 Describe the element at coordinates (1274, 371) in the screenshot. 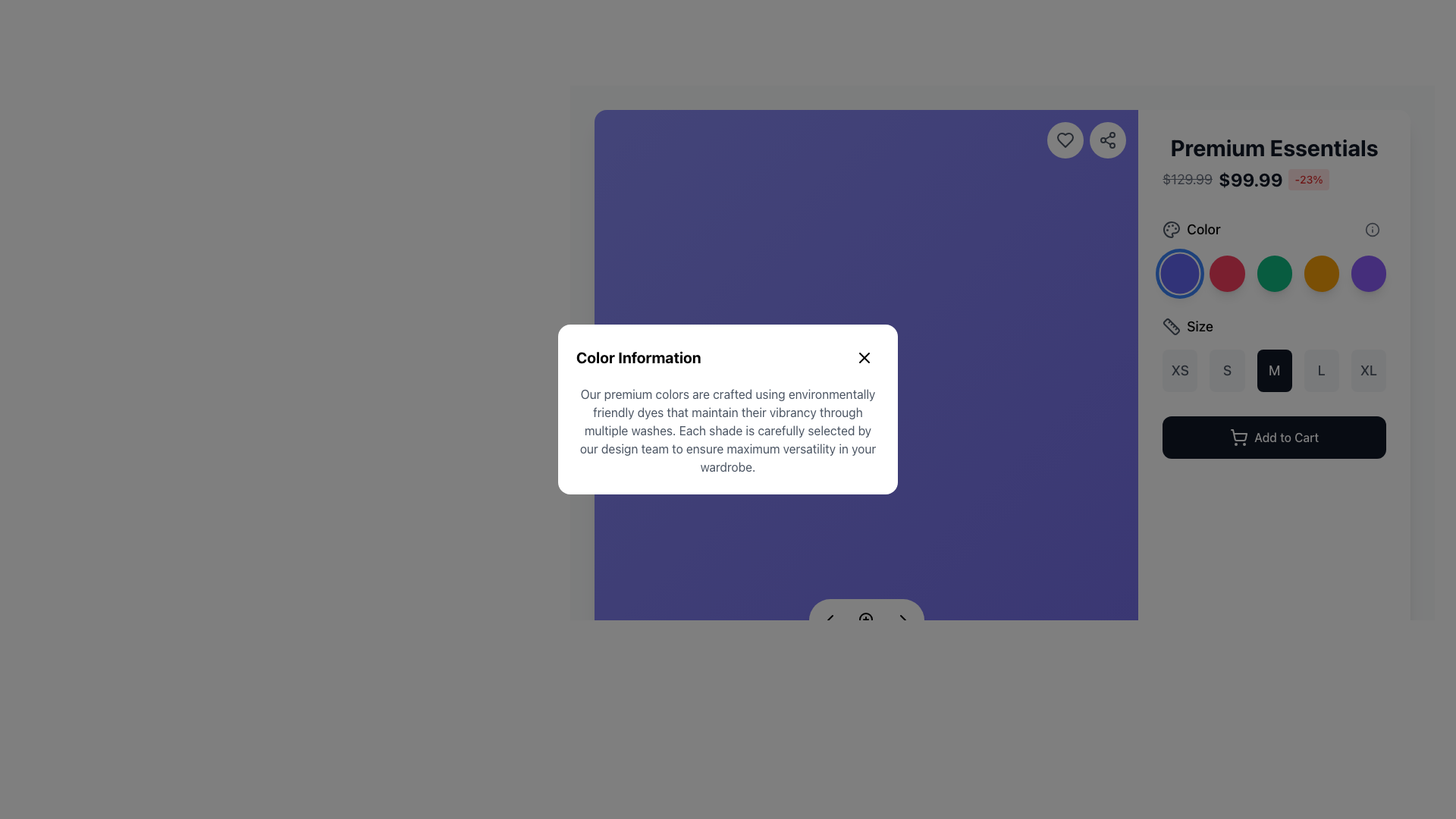

I see `the dark rectangular button with rounded corners labeled 'M'` at that location.